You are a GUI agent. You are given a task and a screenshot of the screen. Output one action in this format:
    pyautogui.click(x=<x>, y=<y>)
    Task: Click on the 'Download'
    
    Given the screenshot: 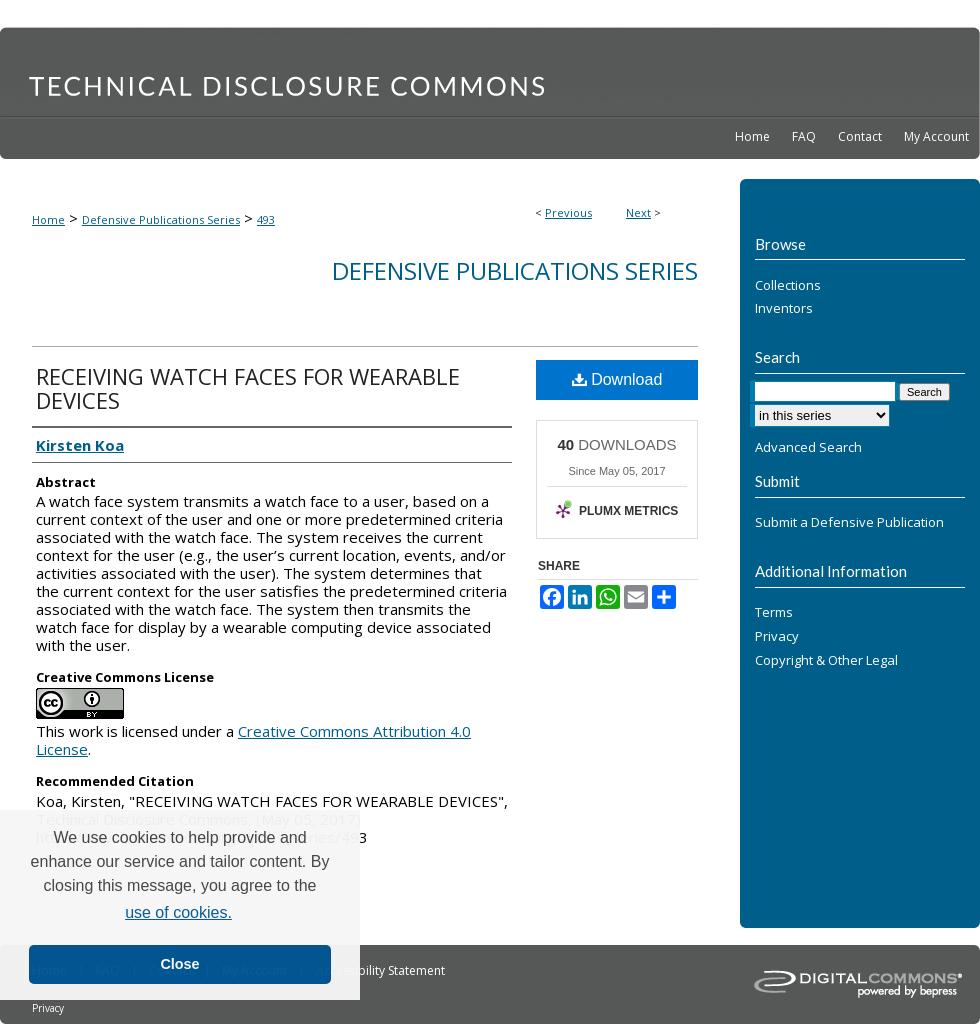 What is the action you would take?
    pyautogui.click(x=586, y=378)
    